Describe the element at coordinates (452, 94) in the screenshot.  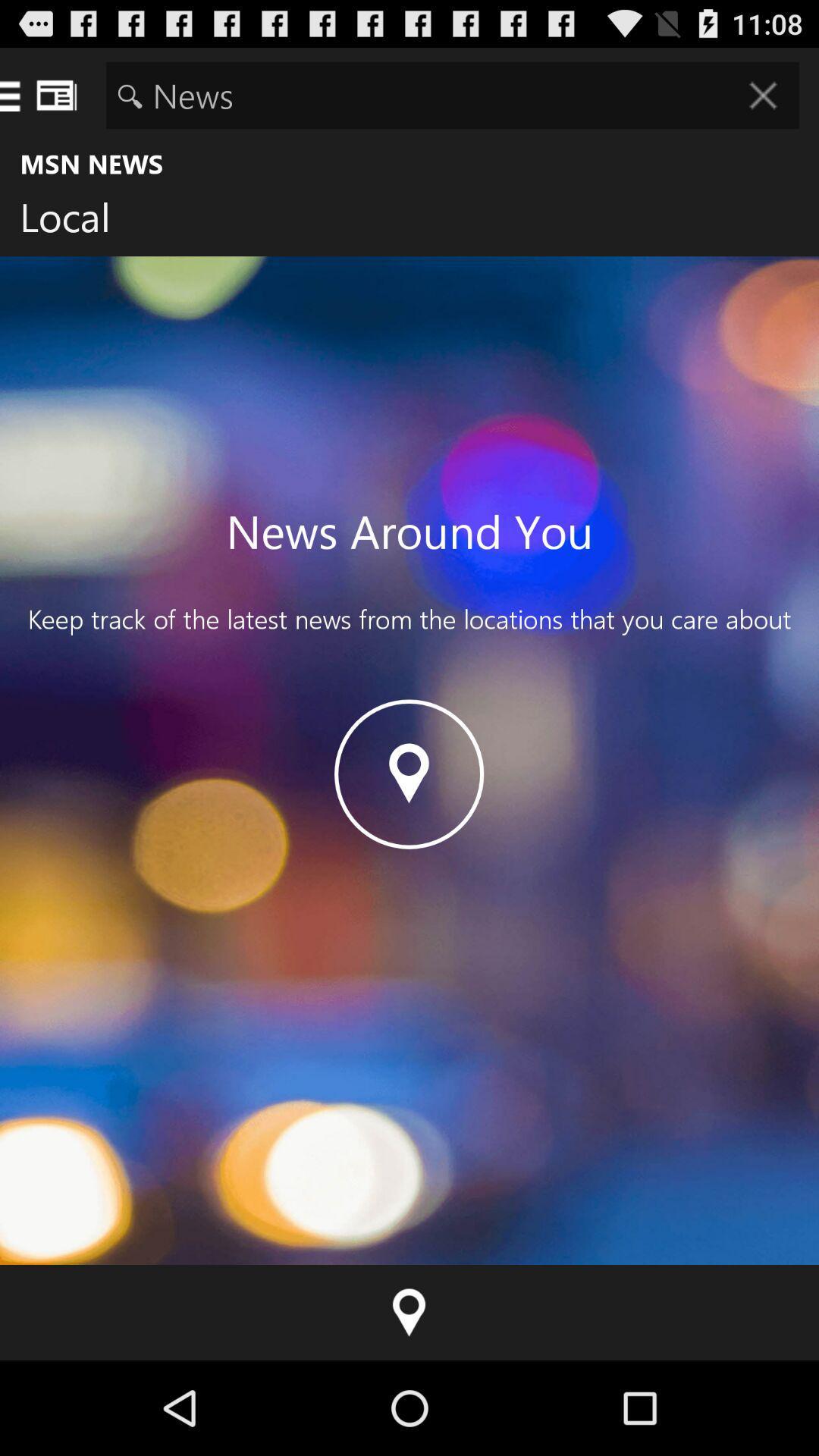
I see `news search bar` at that location.